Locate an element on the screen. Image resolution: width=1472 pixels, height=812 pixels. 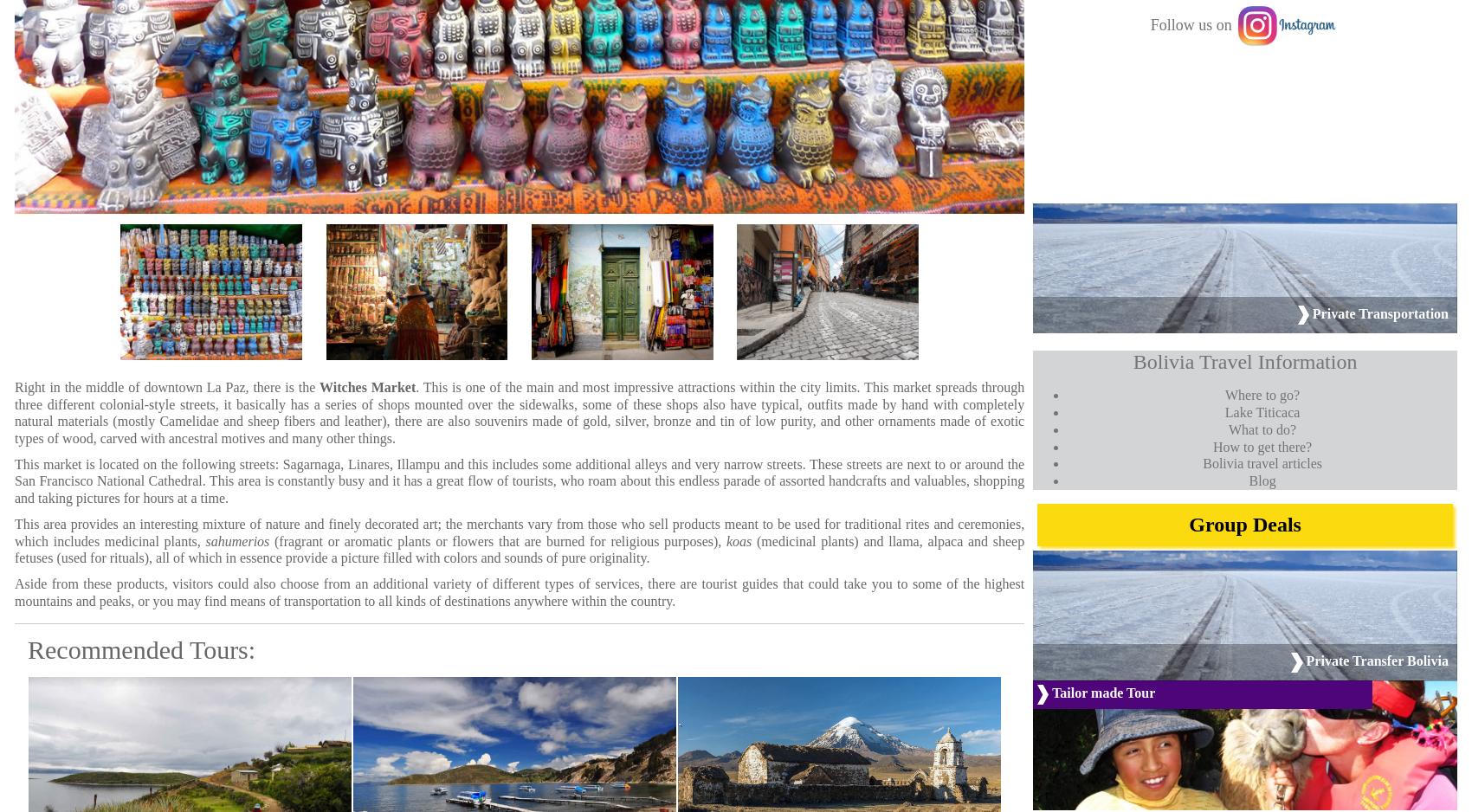
'. This is one of the main and most impressive attractions within the city limits. This market spreads through three different colonial-style streets, it basically has a series of shops mounted over the sidewalks, some of these shops also have typical, outfits made by hand with completely natural materials (mostly Camelidae and sheep fibers and leather), there are also souvenirs made of gold, silver, bronze and tin of low purity, and other ornaments made of exotic types of wood, carved with ancestral motives and many other things.' is located at coordinates (518, 412).